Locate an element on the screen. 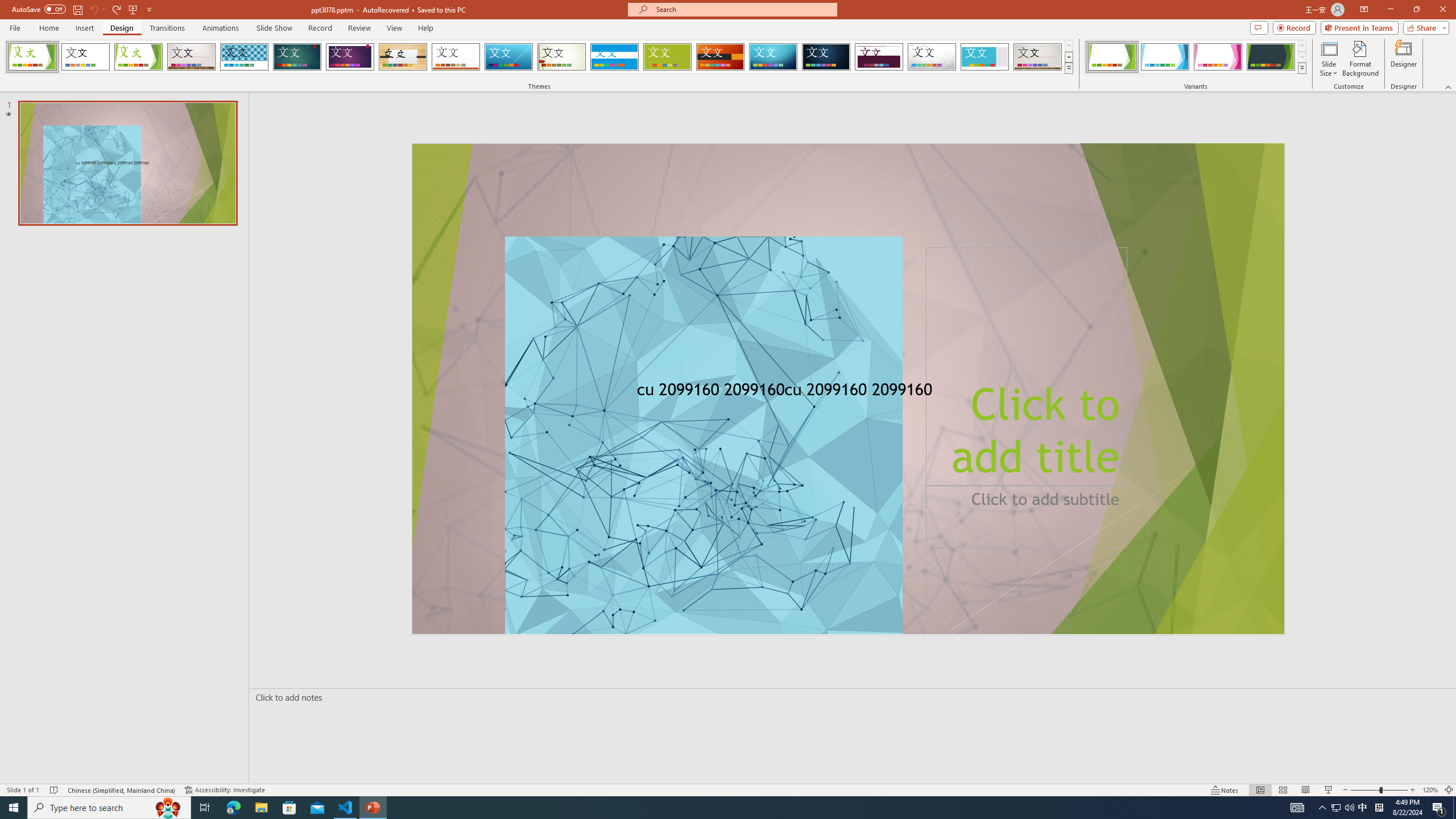 This screenshot has width=1456, height=819. 'Zoom 120%' is located at coordinates (1430, 790).